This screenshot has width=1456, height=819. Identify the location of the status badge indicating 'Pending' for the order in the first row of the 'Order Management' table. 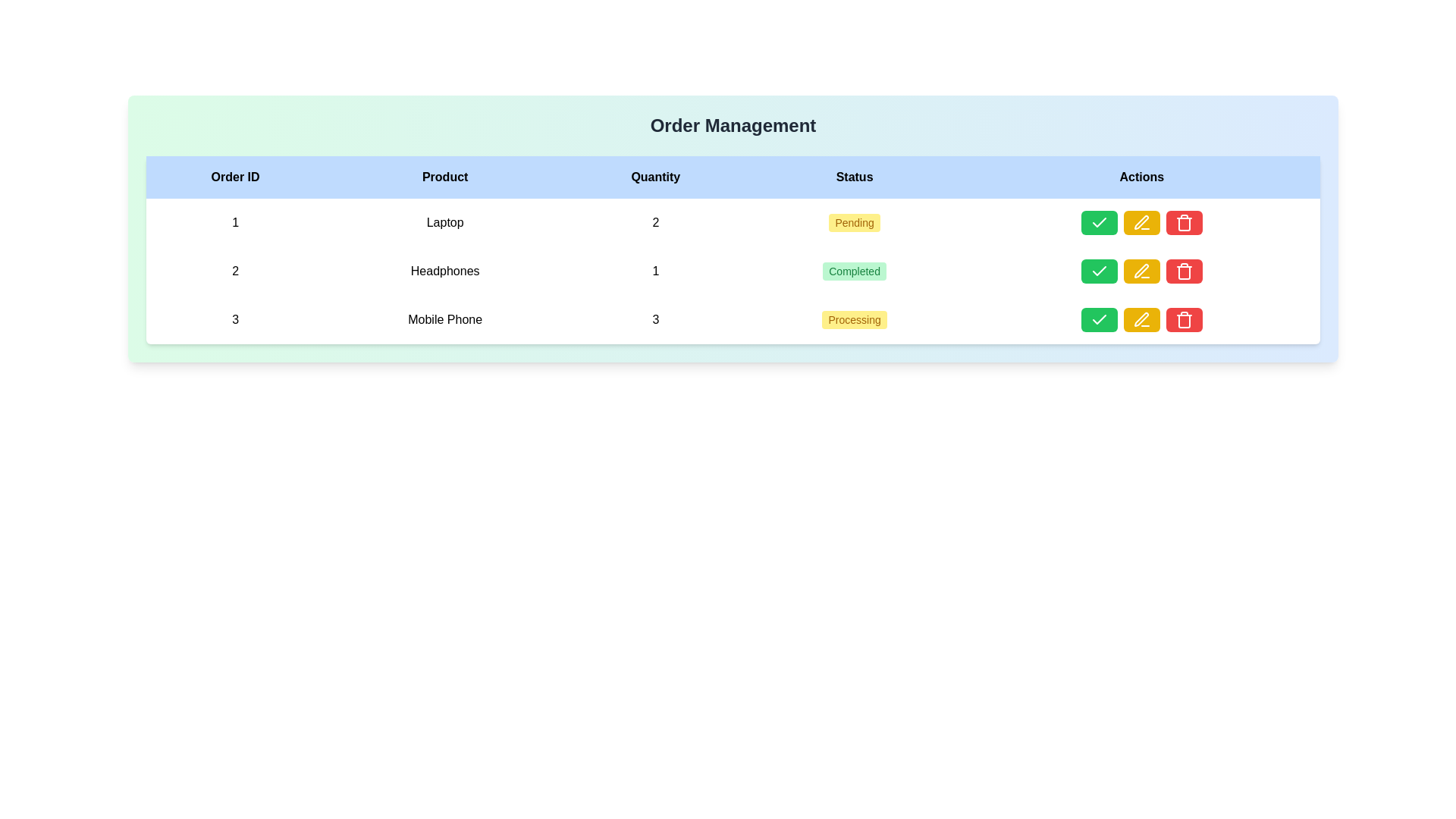
(855, 222).